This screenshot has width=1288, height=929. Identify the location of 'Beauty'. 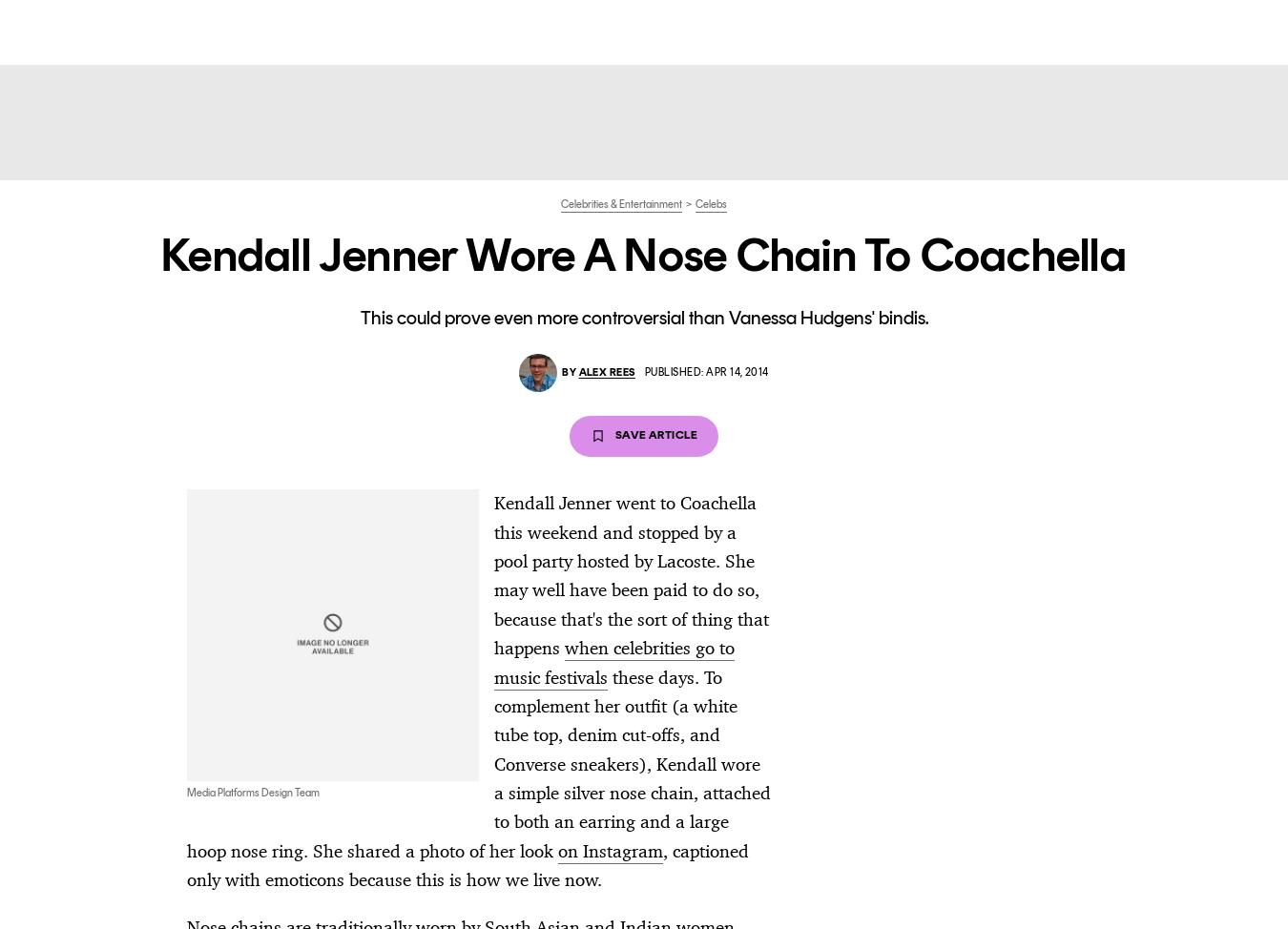
(588, 31).